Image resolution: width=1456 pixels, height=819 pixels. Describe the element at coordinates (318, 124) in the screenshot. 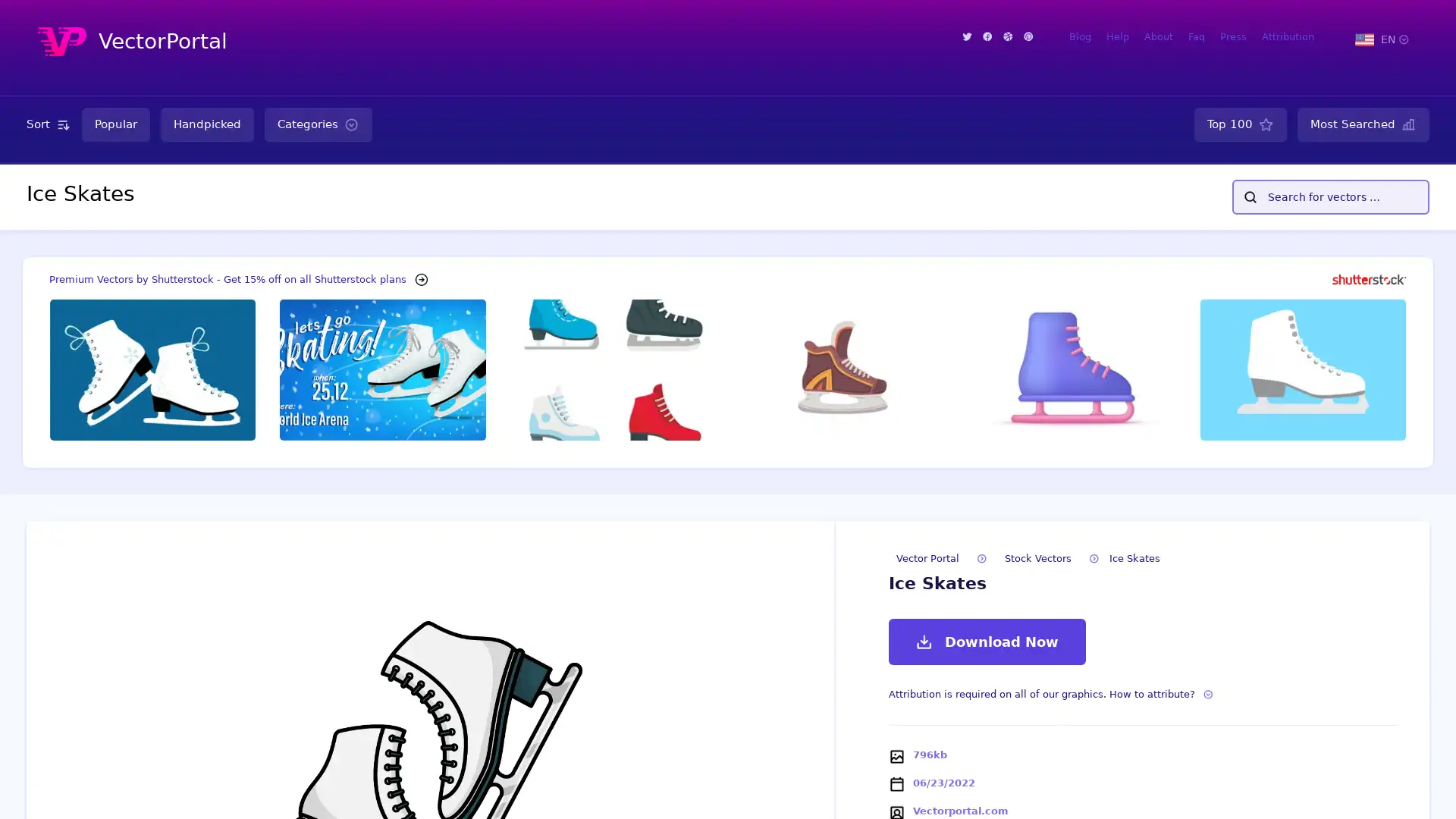

I see `Categories` at that location.